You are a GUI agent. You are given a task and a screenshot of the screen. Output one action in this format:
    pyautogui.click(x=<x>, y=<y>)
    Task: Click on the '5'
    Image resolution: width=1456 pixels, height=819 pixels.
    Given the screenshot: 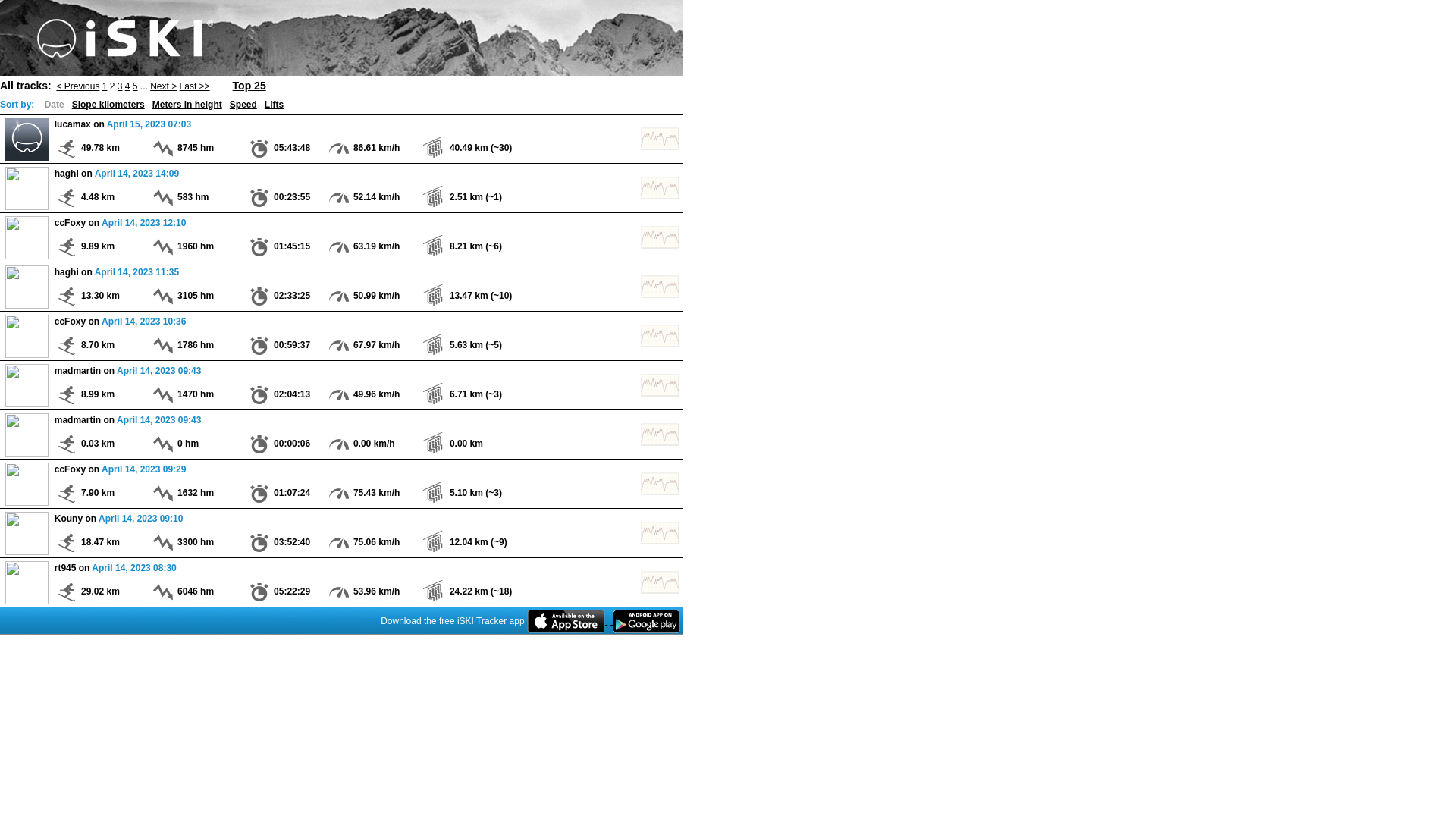 What is the action you would take?
    pyautogui.click(x=135, y=85)
    